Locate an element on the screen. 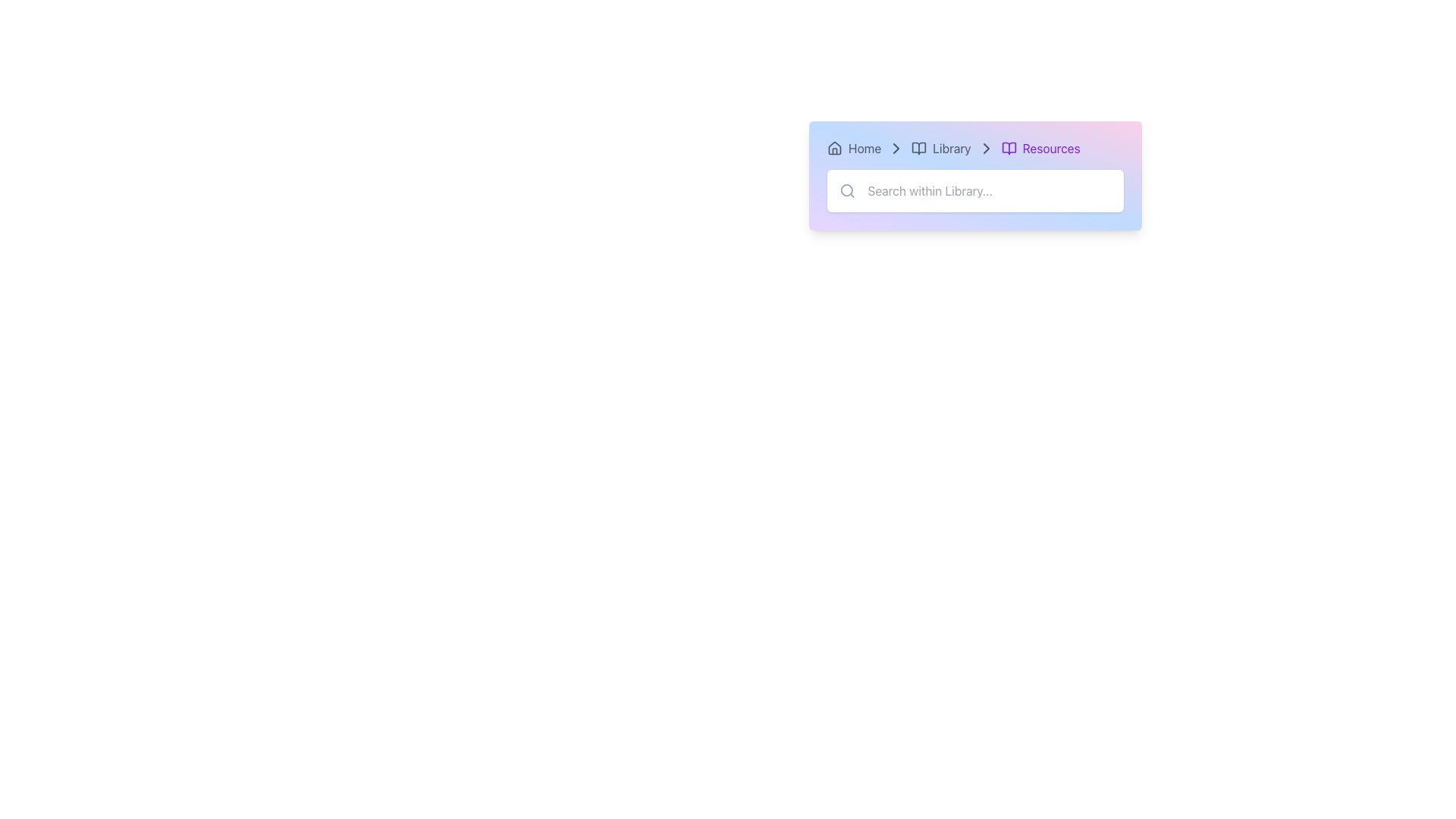 The height and width of the screenshot is (819, 1456). the arrow icon that serves as a separator in the breadcrumb navigation component, positioned between the 'Library' and 'Resources' labels is located at coordinates (896, 149).